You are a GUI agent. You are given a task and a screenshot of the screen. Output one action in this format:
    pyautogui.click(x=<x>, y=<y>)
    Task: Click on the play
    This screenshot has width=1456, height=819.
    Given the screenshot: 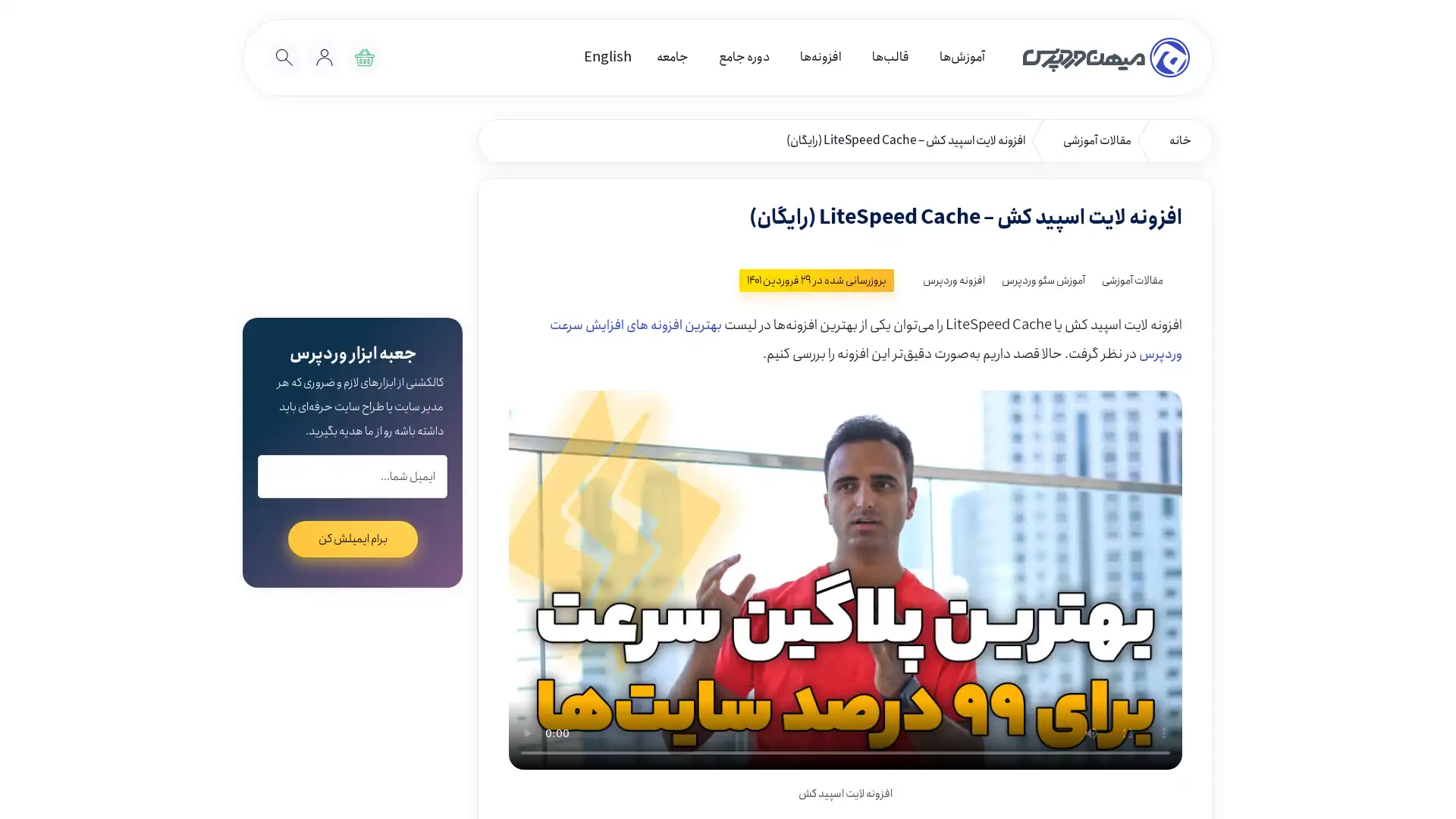 What is the action you would take?
    pyautogui.click(x=527, y=731)
    